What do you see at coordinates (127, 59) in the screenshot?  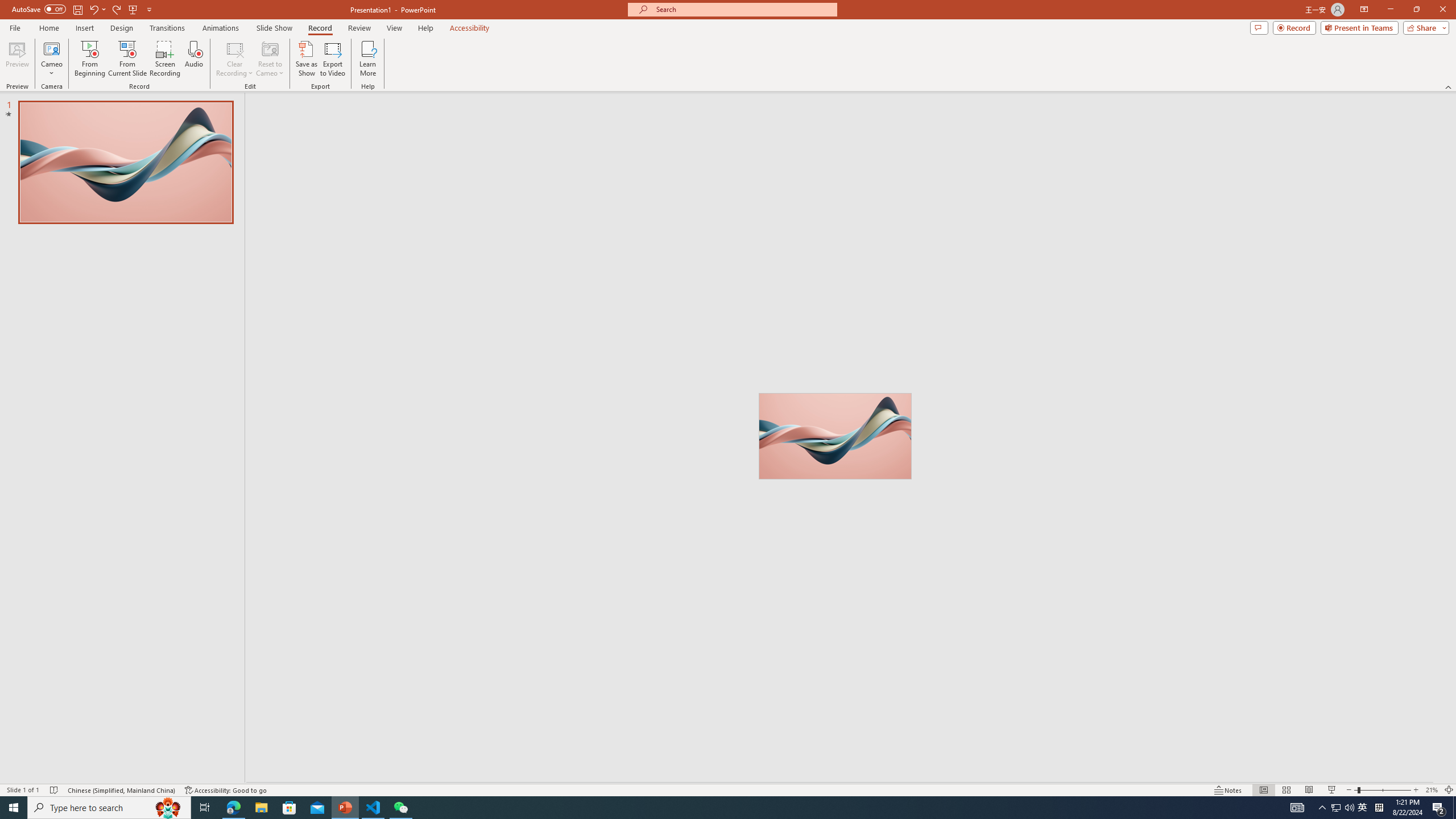 I see `'From Current Slide...'` at bounding box center [127, 59].